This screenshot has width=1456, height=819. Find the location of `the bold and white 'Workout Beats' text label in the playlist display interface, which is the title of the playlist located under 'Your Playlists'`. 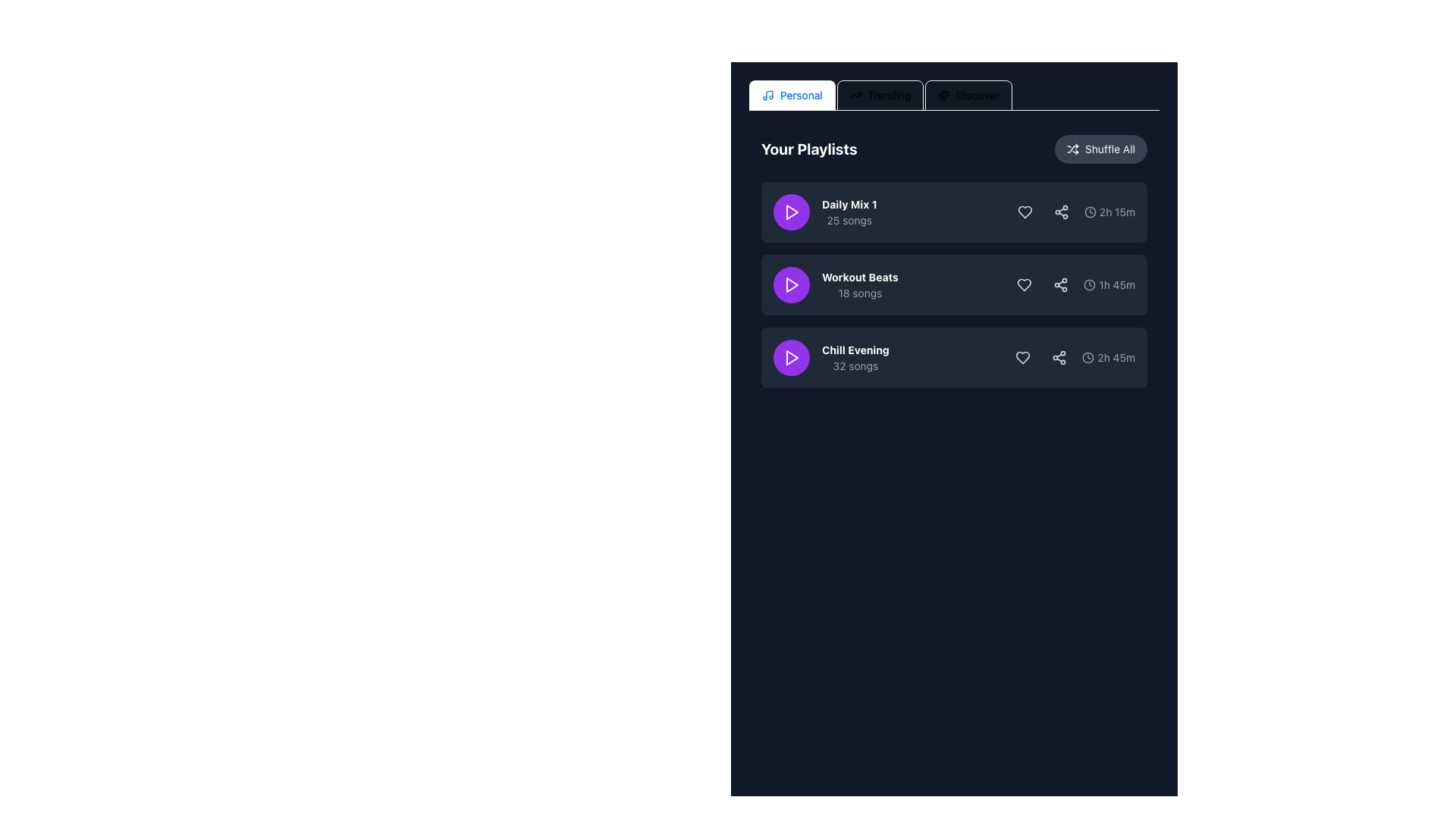

the bold and white 'Workout Beats' text label in the playlist display interface, which is the title of the playlist located under 'Your Playlists' is located at coordinates (860, 278).